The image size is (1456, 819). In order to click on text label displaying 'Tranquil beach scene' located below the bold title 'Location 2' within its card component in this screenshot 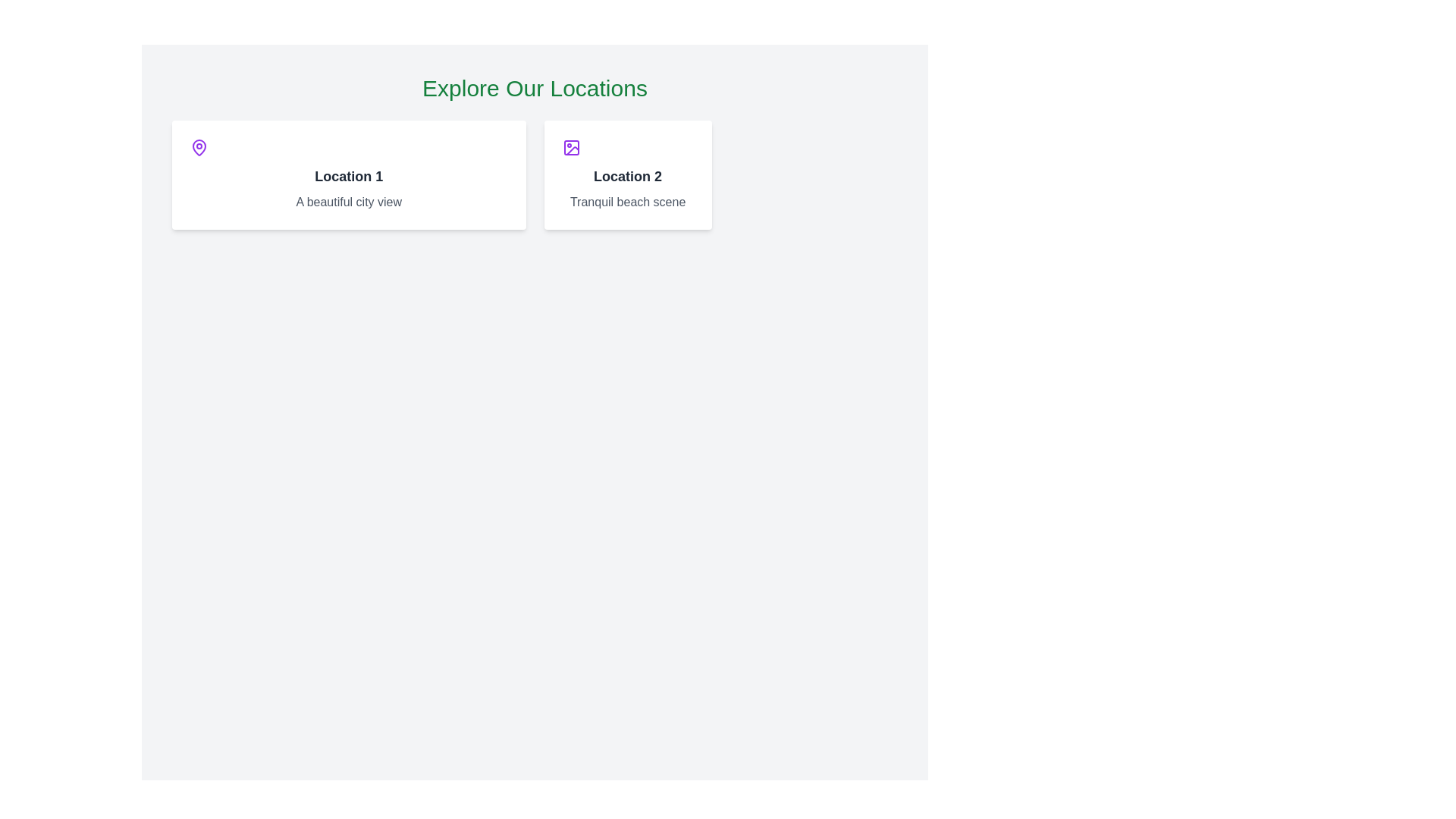, I will do `click(628, 201)`.